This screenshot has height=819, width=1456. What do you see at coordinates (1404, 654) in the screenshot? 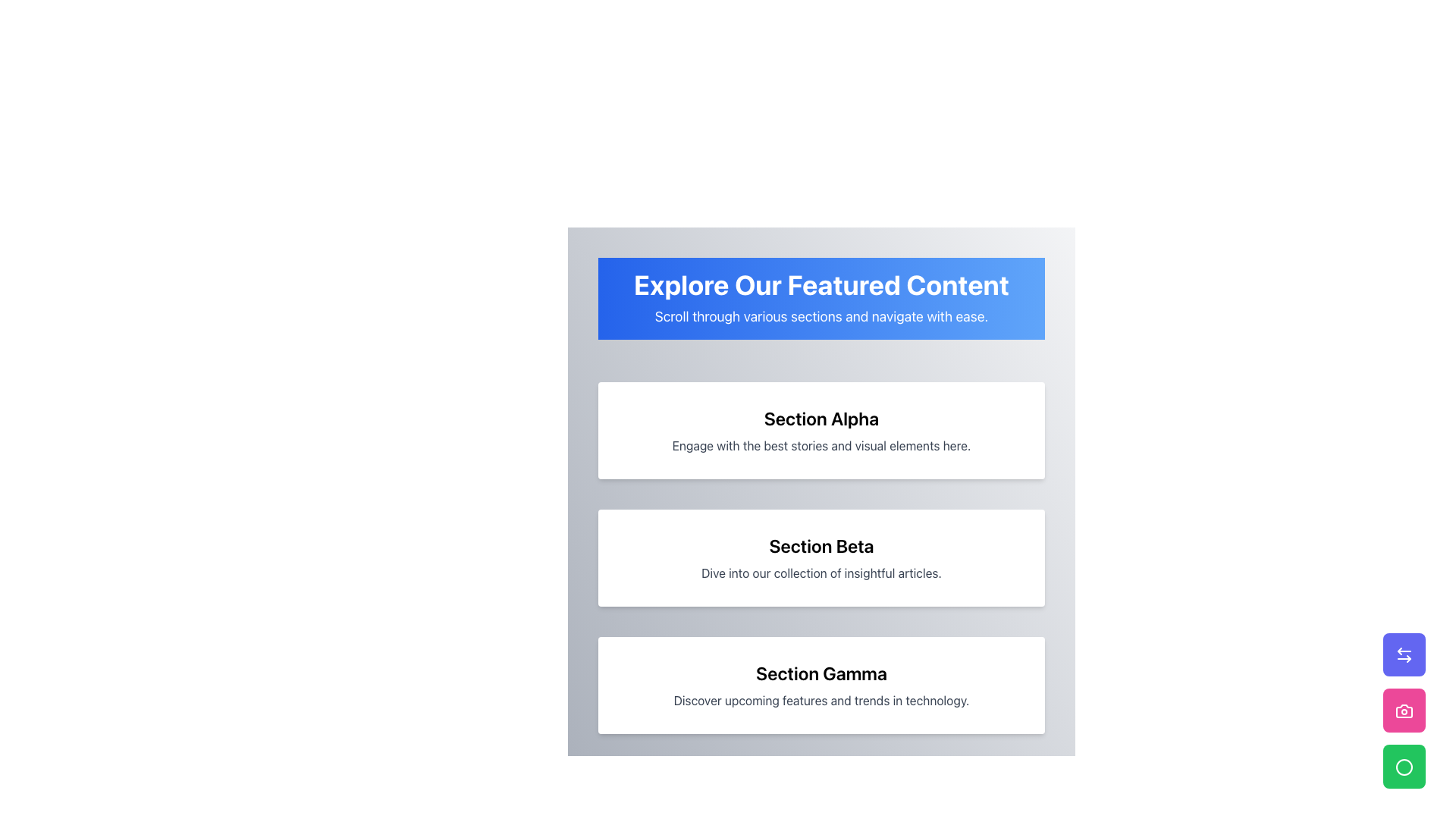
I see `the navigation icon located in the lower right corner of the interface, which is surrounded by a vibrant indigo button with rounded corners` at bounding box center [1404, 654].